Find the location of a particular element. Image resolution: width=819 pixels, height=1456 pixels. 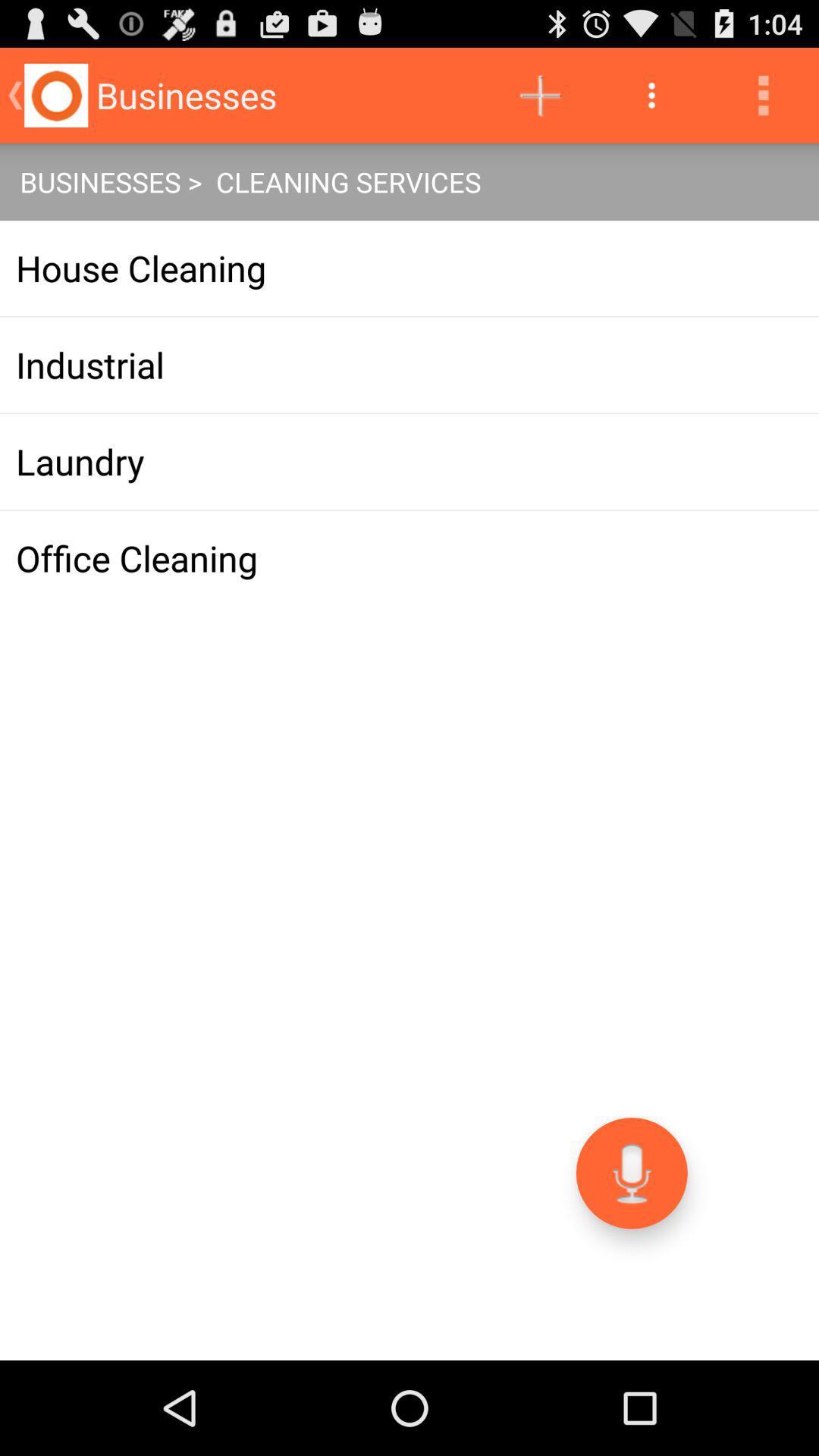

the laundry icon is located at coordinates (409, 461).